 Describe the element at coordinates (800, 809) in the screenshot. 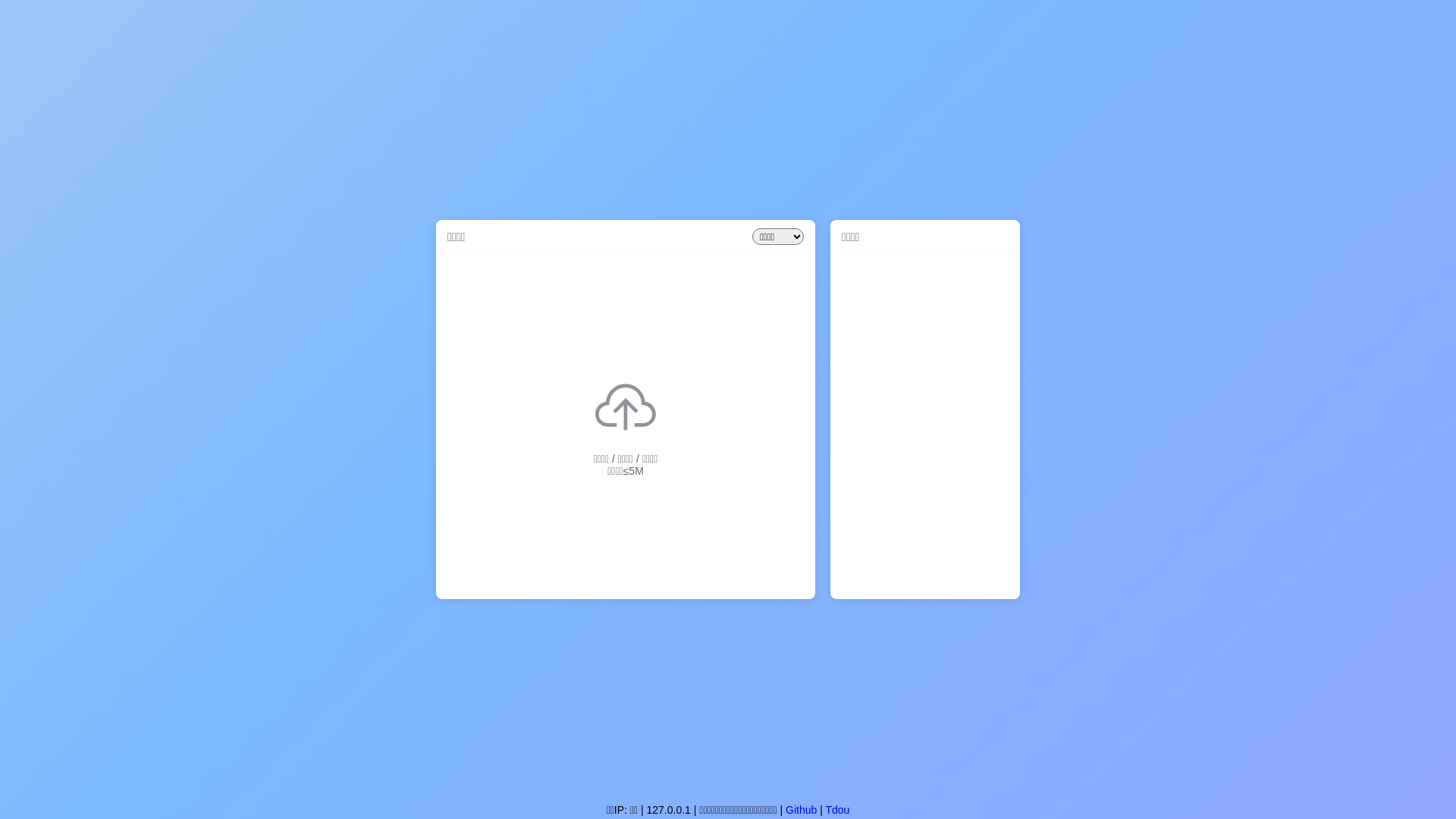

I see `'Github'` at that location.